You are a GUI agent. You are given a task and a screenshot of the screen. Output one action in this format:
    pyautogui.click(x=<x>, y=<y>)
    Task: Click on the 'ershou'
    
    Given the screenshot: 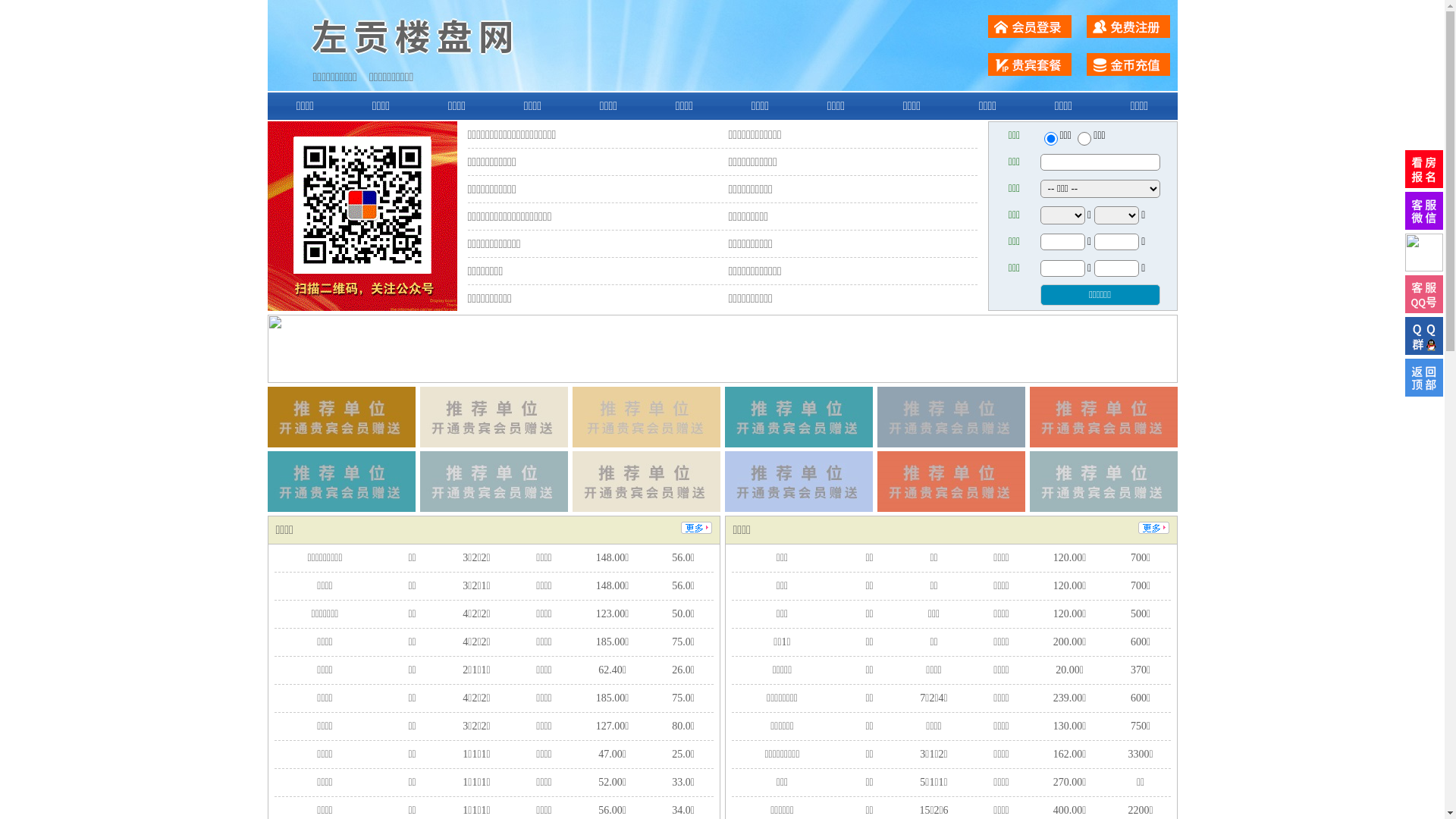 What is the action you would take?
    pyautogui.click(x=1050, y=138)
    